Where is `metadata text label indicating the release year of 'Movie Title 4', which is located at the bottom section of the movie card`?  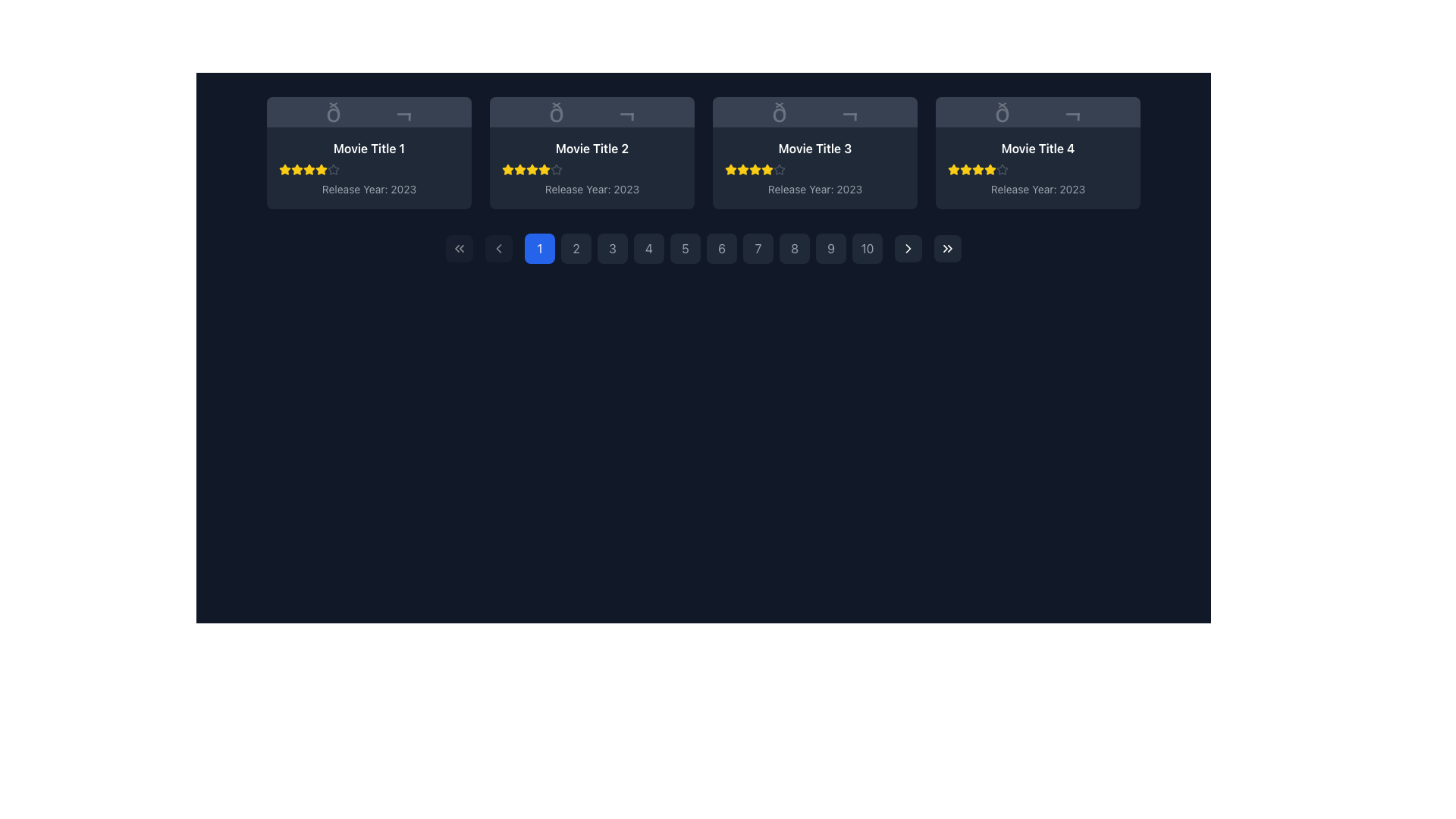
metadata text label indicating the release year of 'Movie Title 4', which is located at the bottom section of the movie card is located at coordinates (1037, 189).